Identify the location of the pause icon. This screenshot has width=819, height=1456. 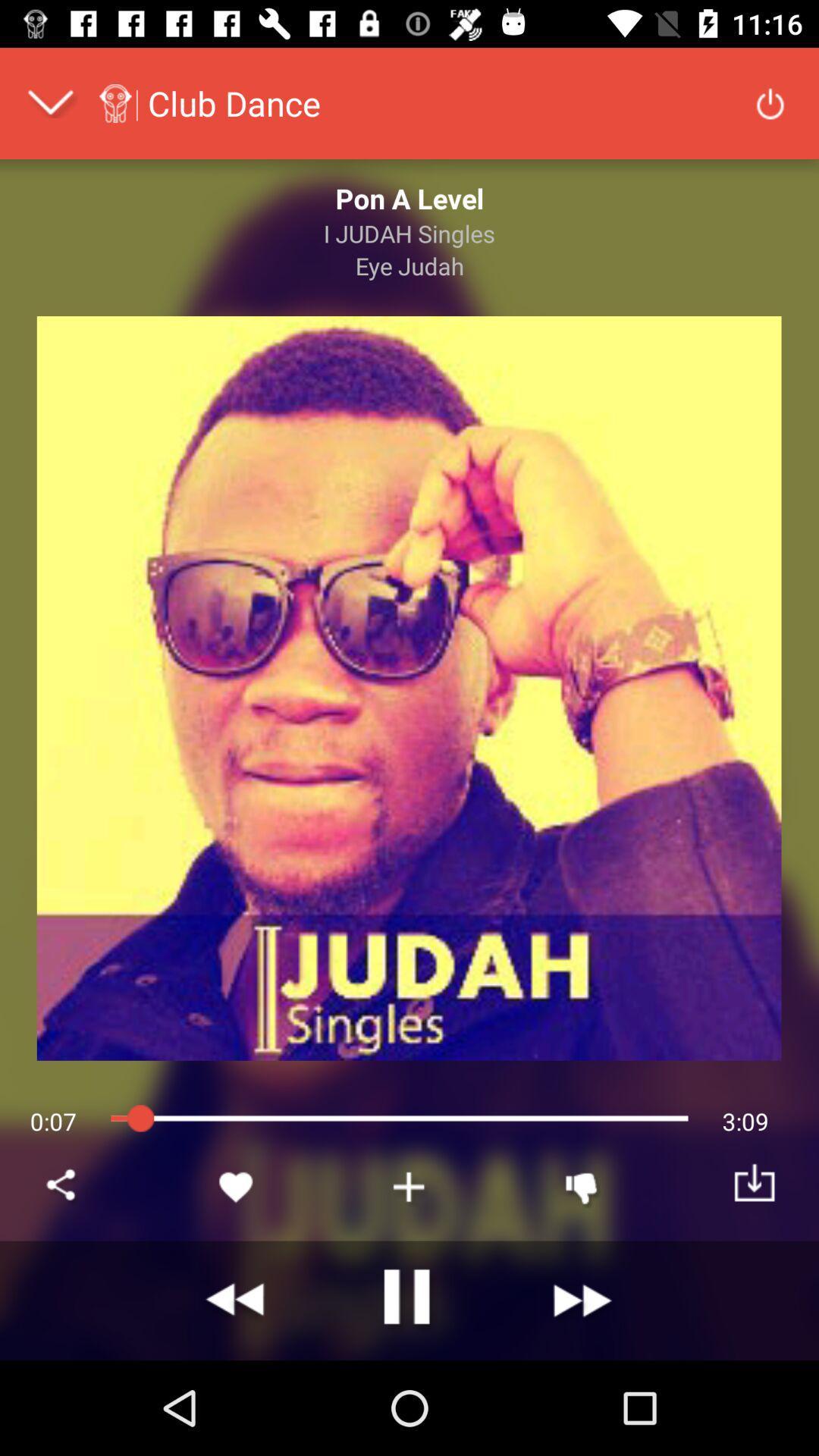
(409, 1300).